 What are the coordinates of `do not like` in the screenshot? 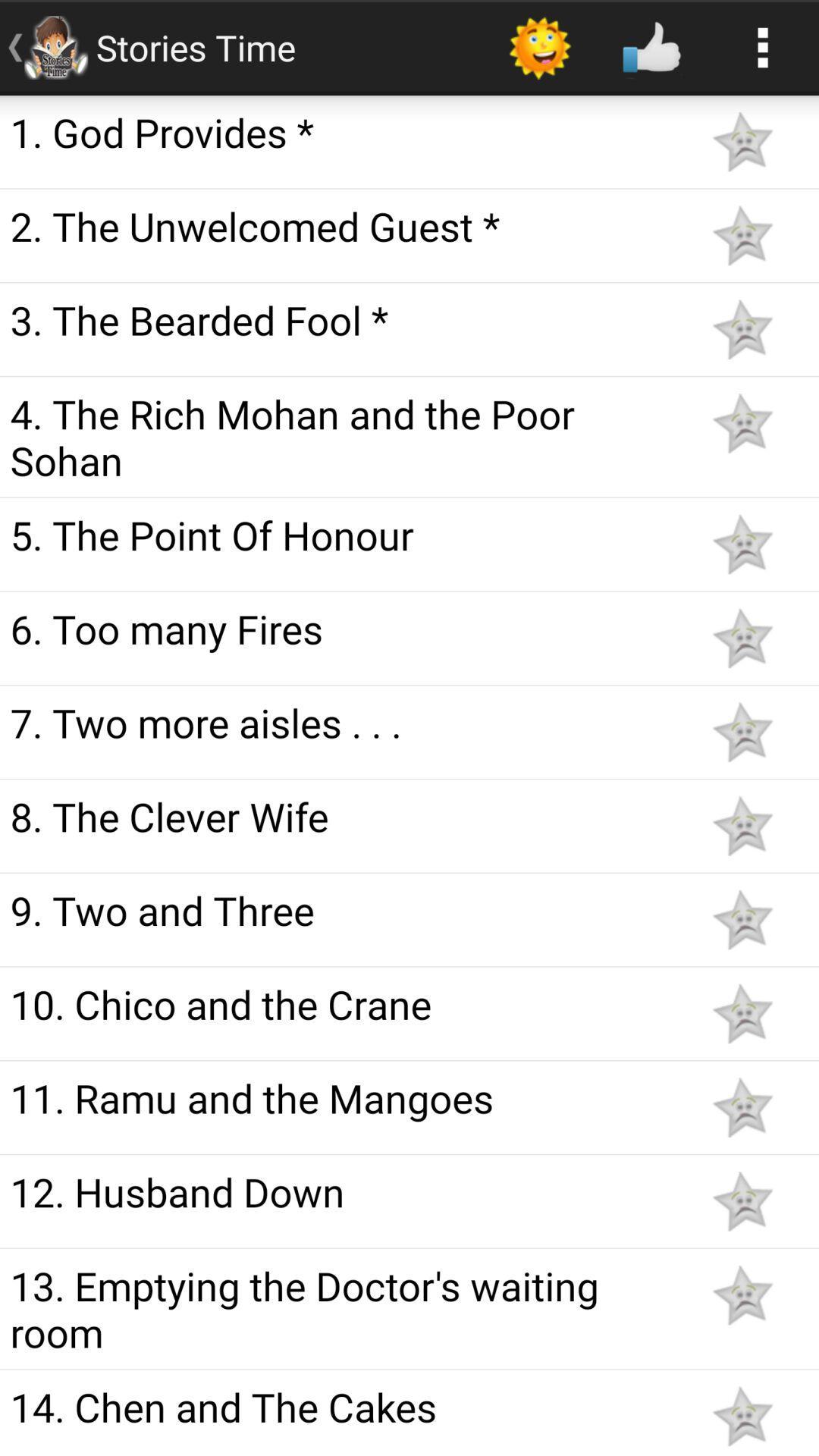 It's located at (742, 1200).